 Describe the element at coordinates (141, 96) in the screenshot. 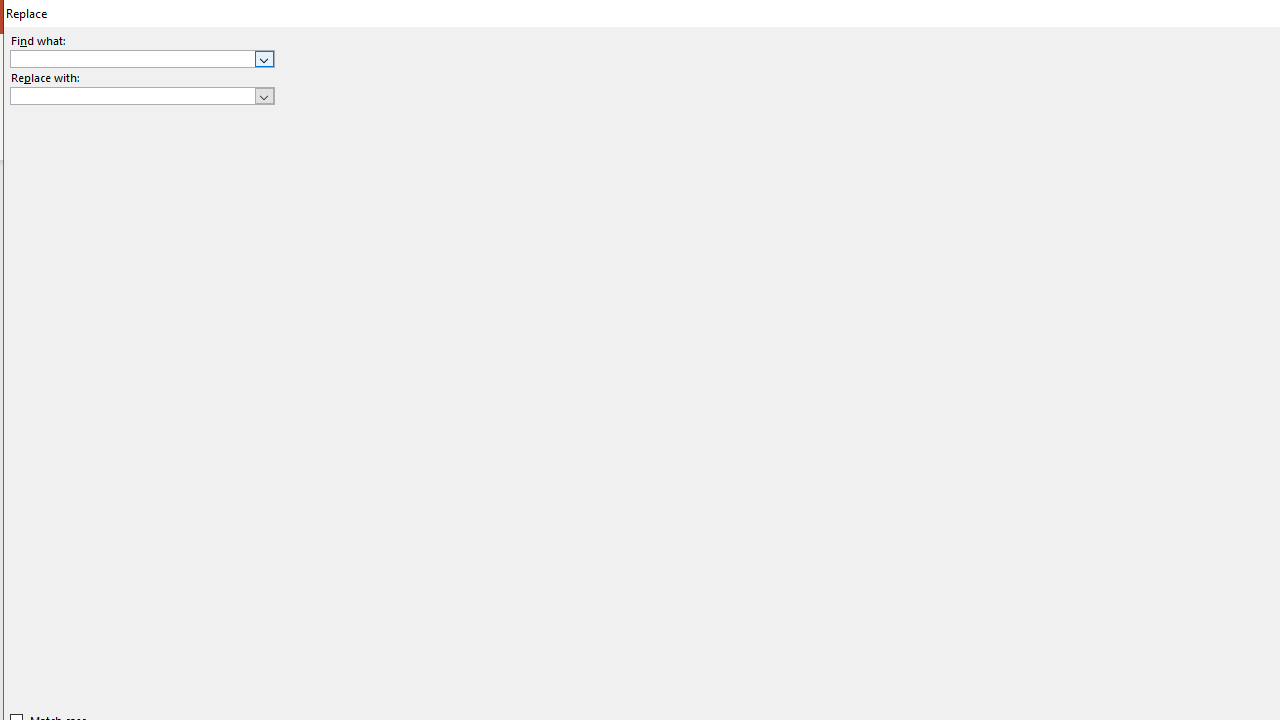

I see `'Replace with'` at that location.